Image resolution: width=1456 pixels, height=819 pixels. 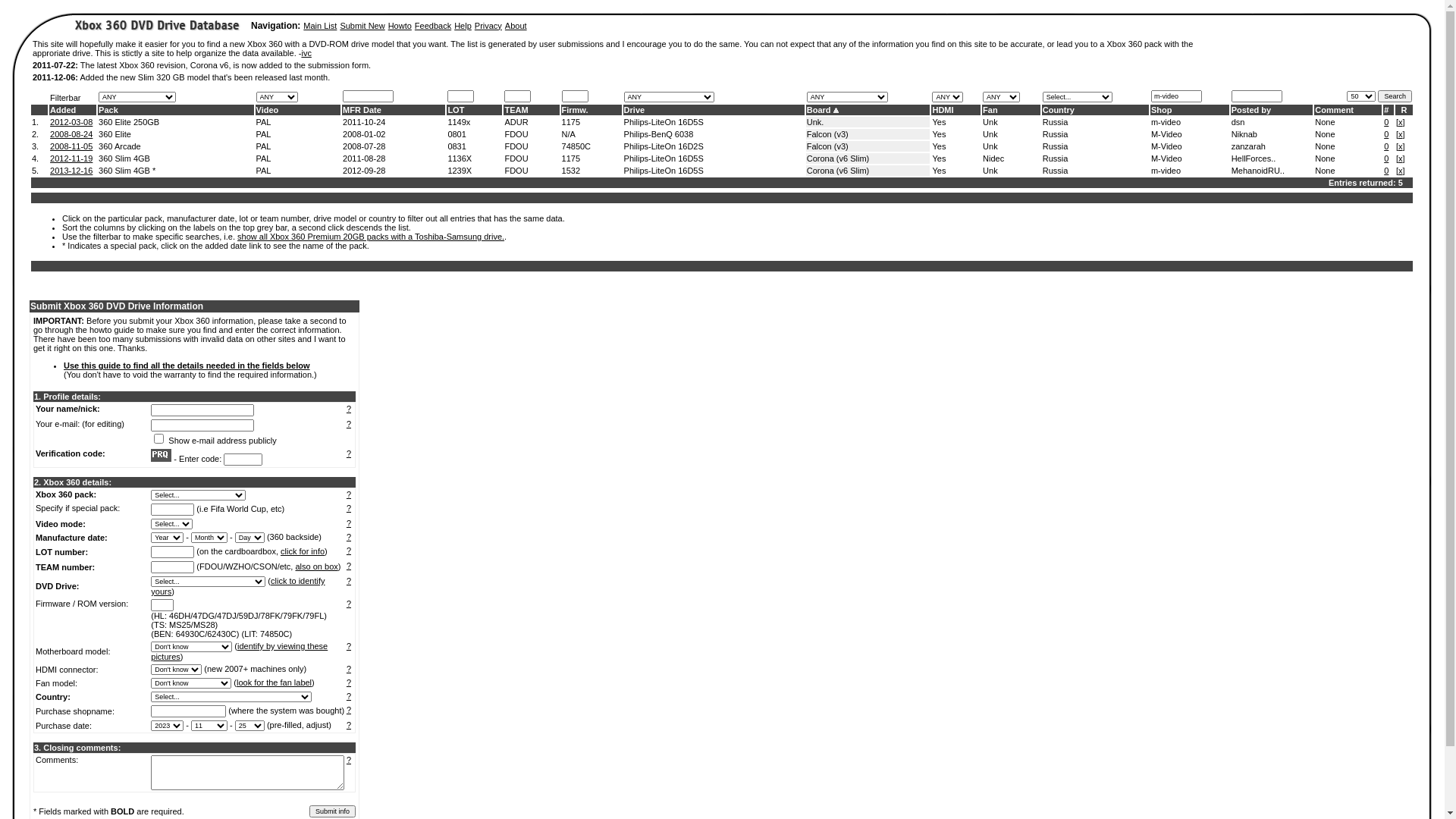 What do you see at coordinates (570, 170) in the screenshot?
I see `'1532'` at bounding box center [570, 170].